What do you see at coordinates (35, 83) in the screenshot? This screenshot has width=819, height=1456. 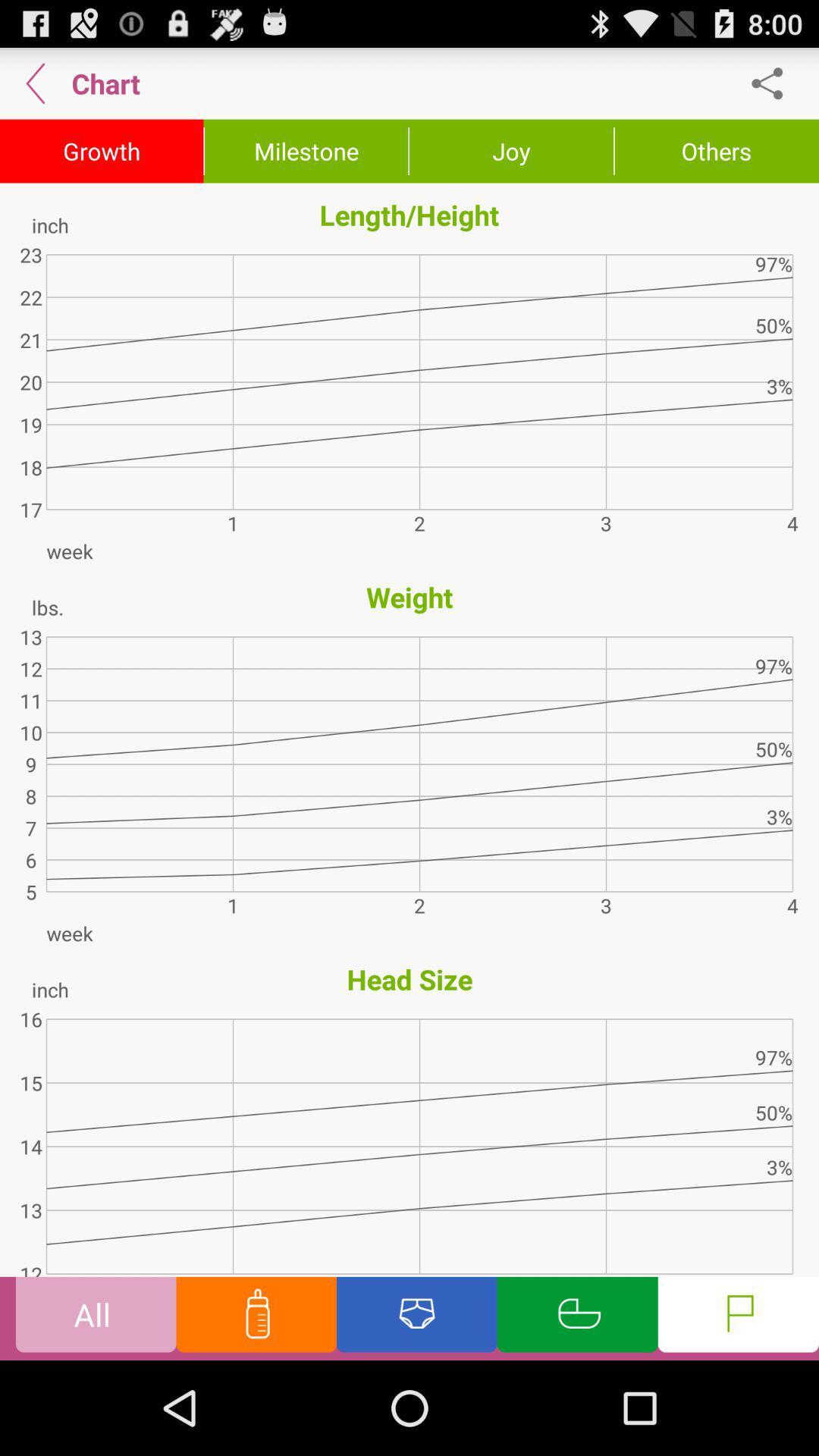 I see `icon to the left of the chart` at bounding box center [35, 83].